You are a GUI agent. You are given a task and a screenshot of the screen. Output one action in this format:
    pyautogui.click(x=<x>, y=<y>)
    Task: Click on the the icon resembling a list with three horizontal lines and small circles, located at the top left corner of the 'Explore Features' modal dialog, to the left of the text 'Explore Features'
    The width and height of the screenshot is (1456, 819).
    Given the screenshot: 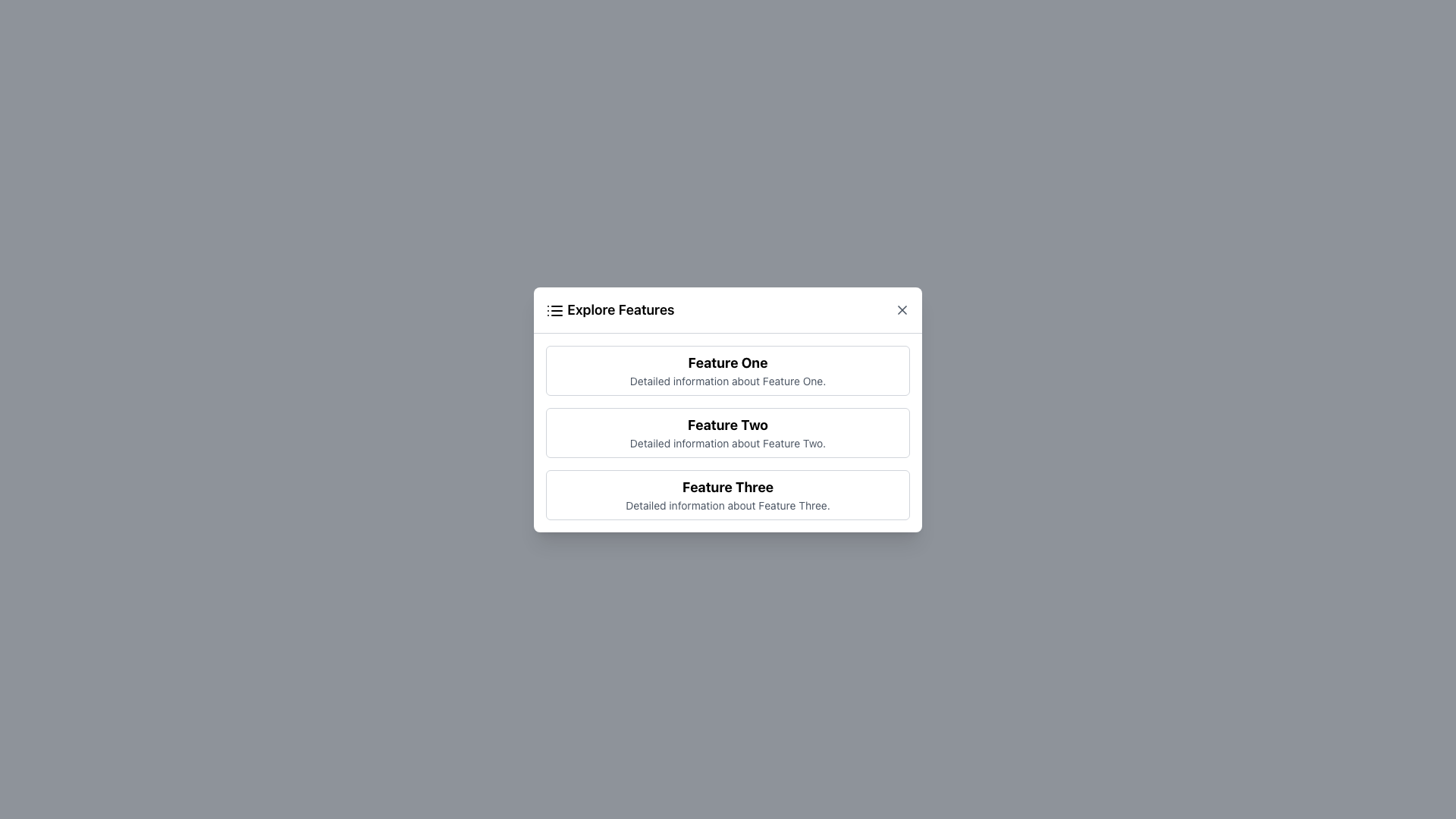 What is the action you would take?
    pyautogui.click(x=554, y=309)
    